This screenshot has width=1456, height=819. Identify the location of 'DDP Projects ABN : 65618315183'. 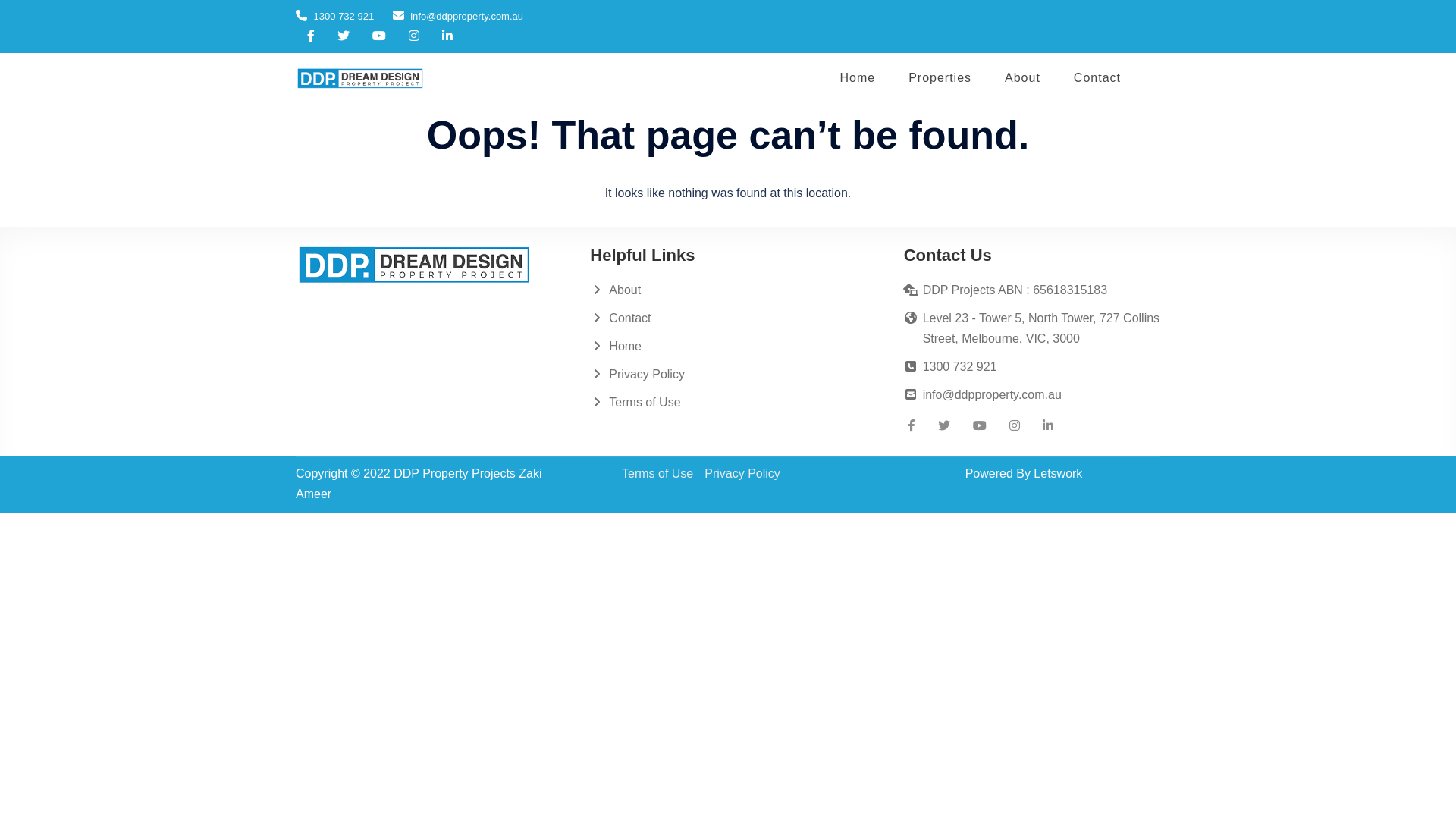
(1015, 290).